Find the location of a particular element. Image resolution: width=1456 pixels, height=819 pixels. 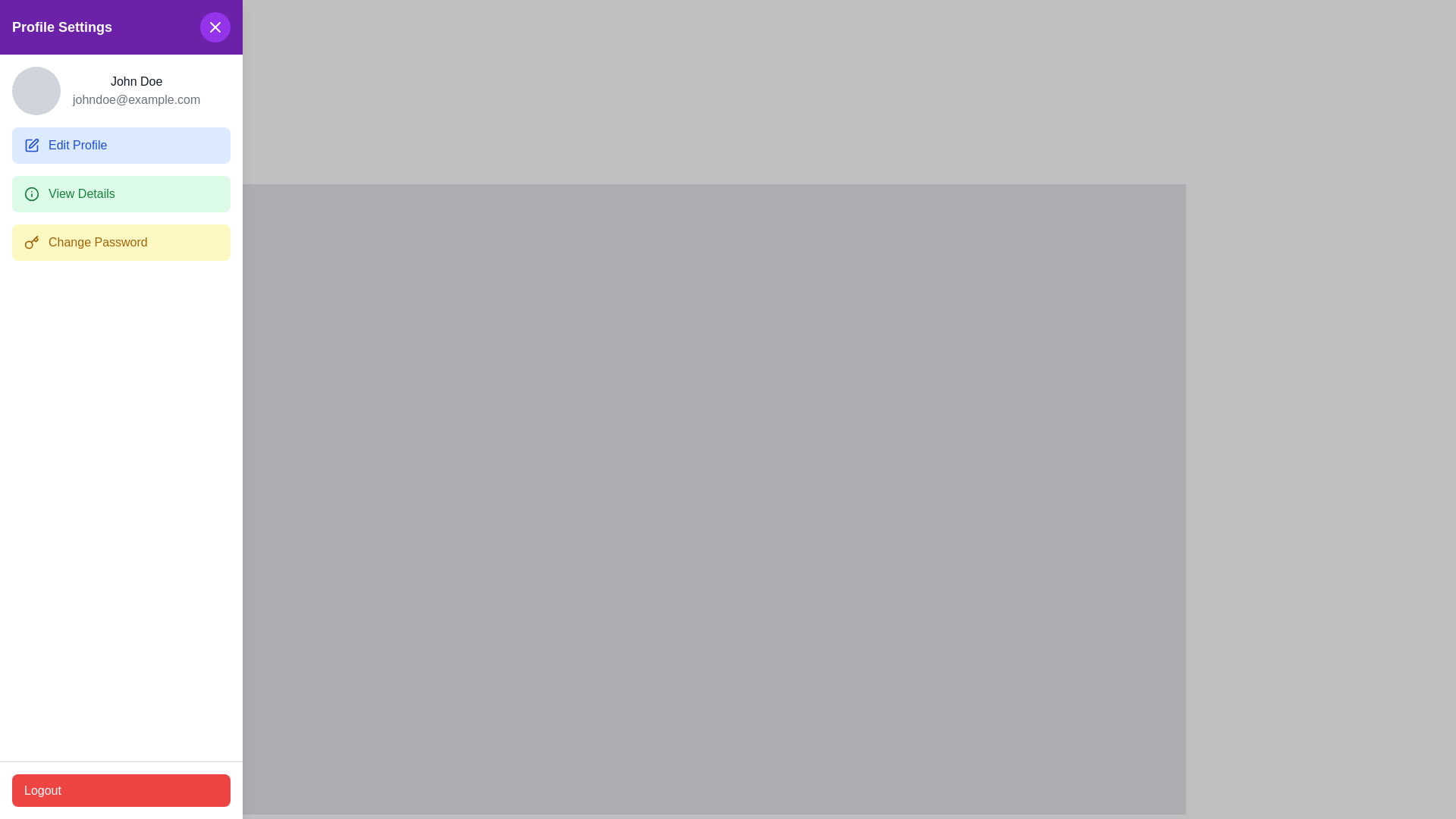

the logout button located at the bottom-left corner of the user interface to initiate the logout process is located at coordinates (120, 789).